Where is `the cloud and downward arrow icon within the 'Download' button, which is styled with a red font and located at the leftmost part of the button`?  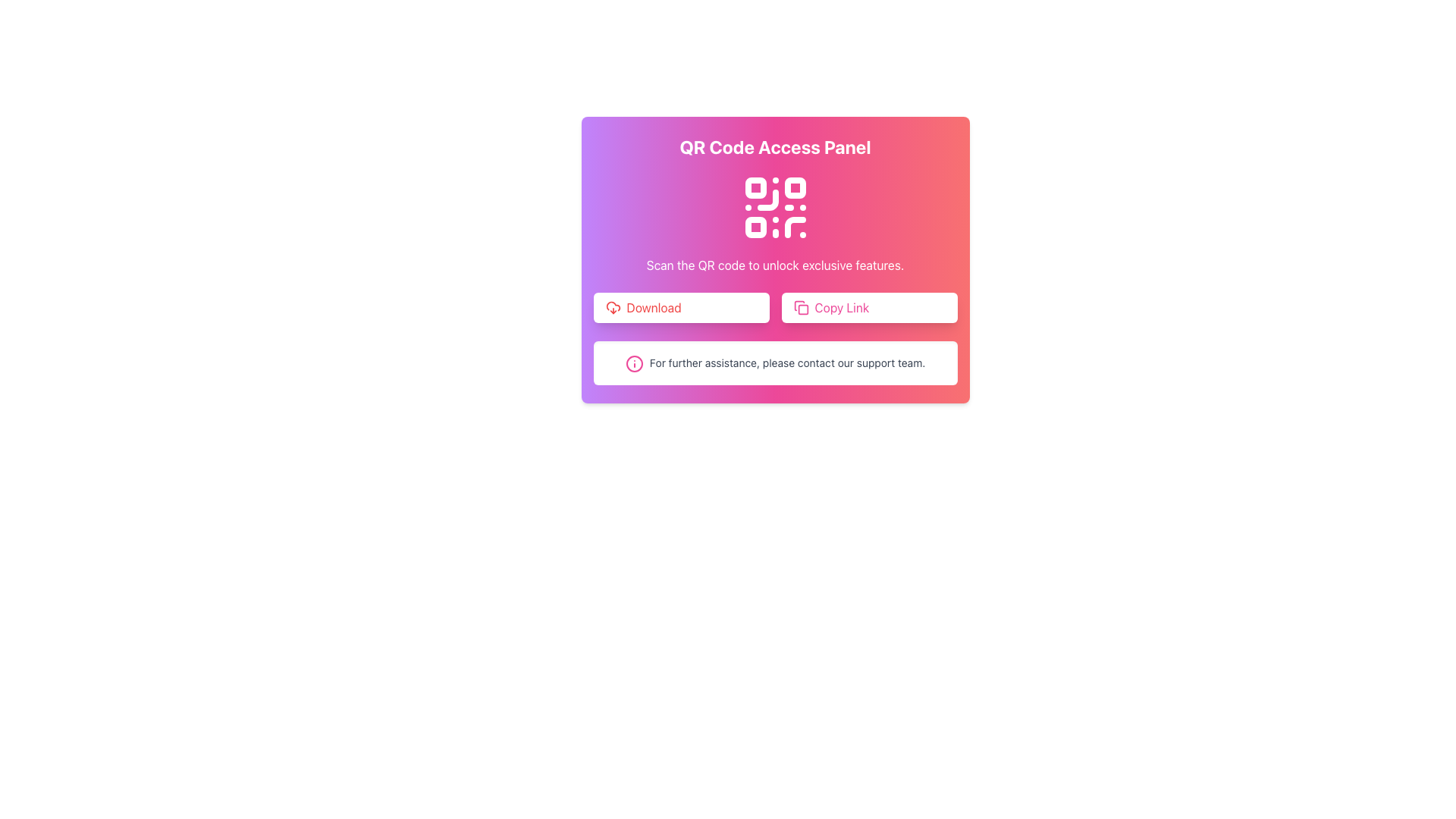 the cloud and downward arrow icon within the 'Download' button, which is styled with a red font and located at the leftmost part of the button is located at coordinates (613, 307).